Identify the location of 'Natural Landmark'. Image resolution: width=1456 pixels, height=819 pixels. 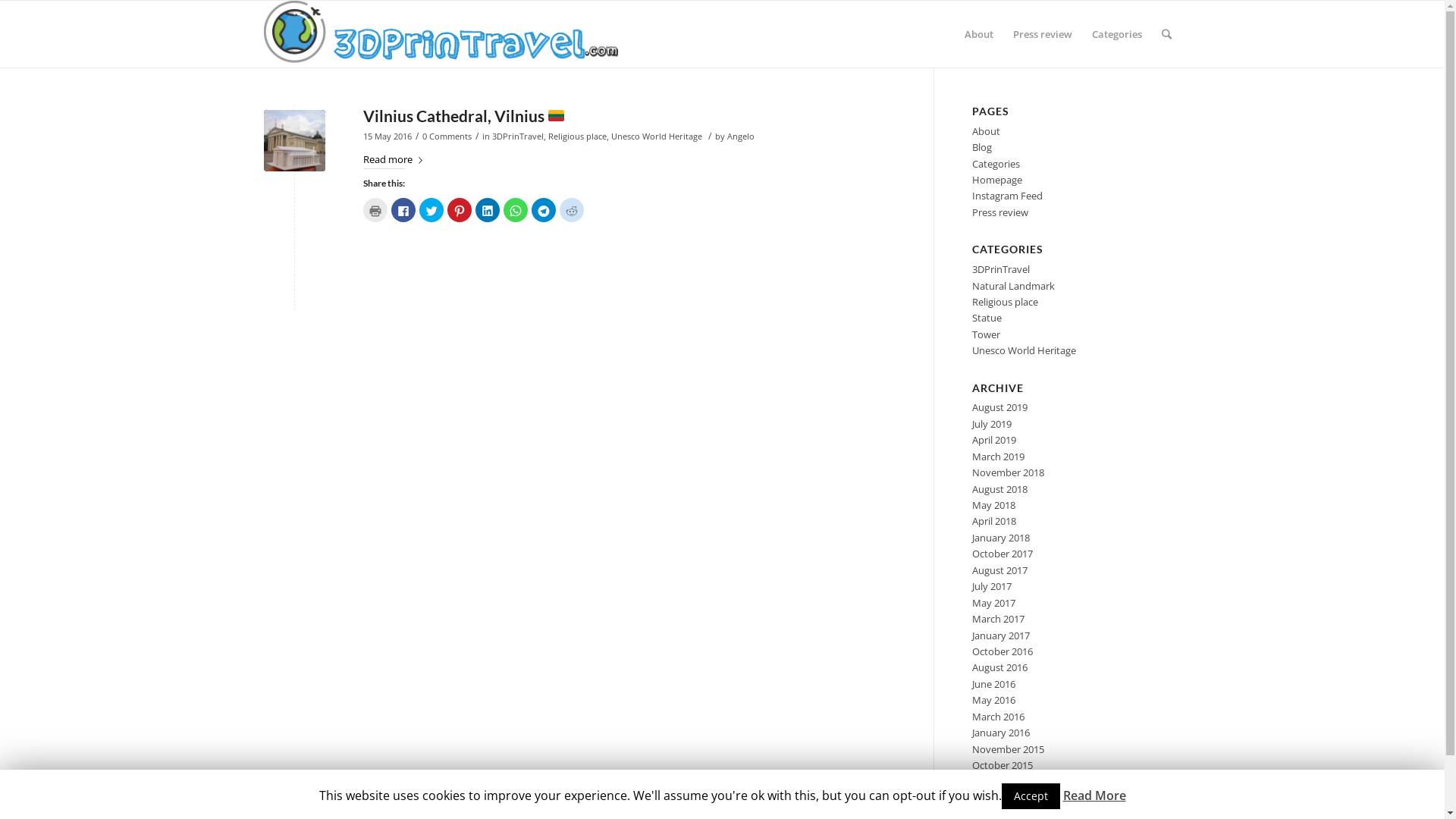
(1013, 286).